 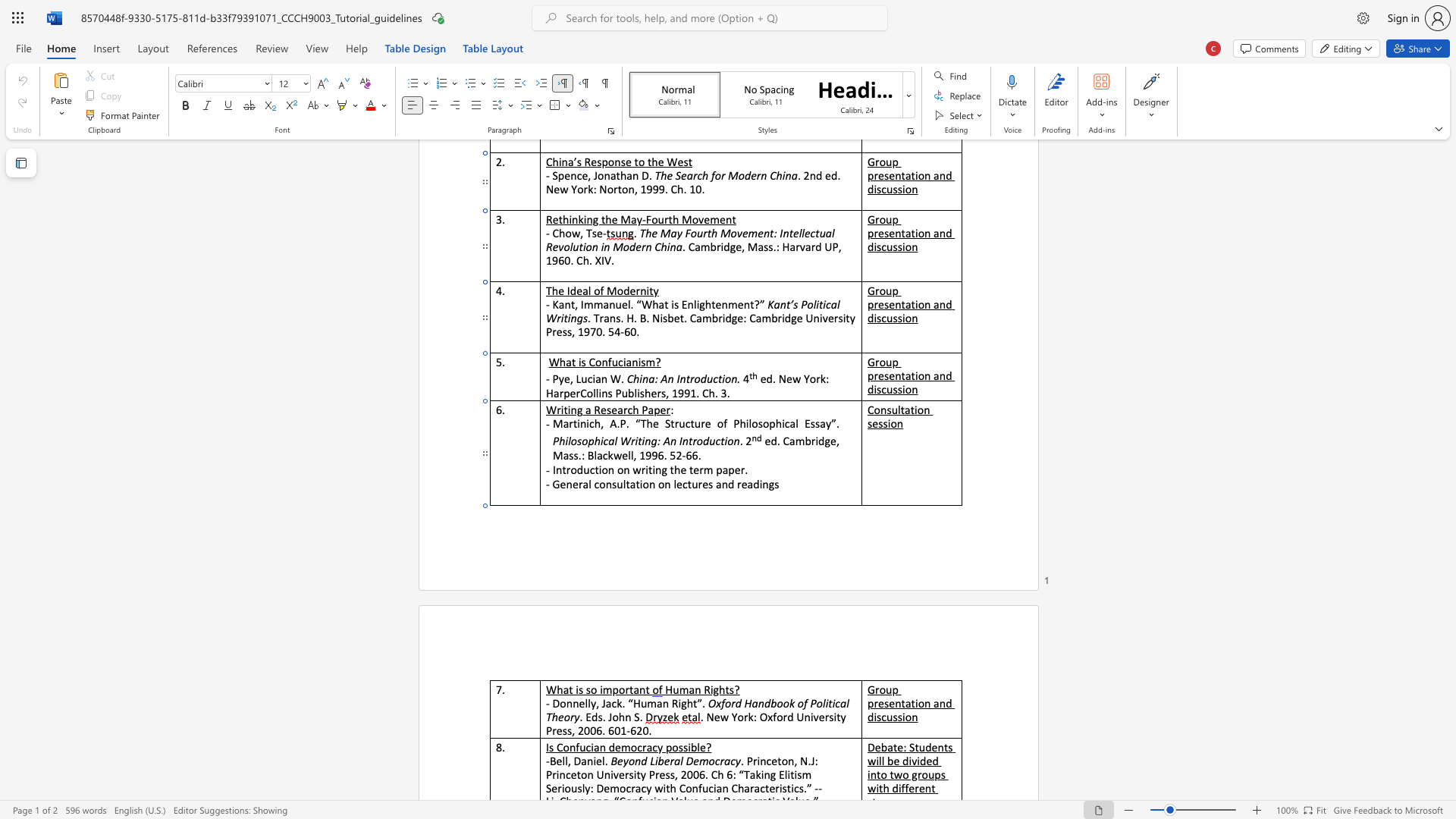 I want to click on the 3th character "t" in the text, so click(x=648, y=689).